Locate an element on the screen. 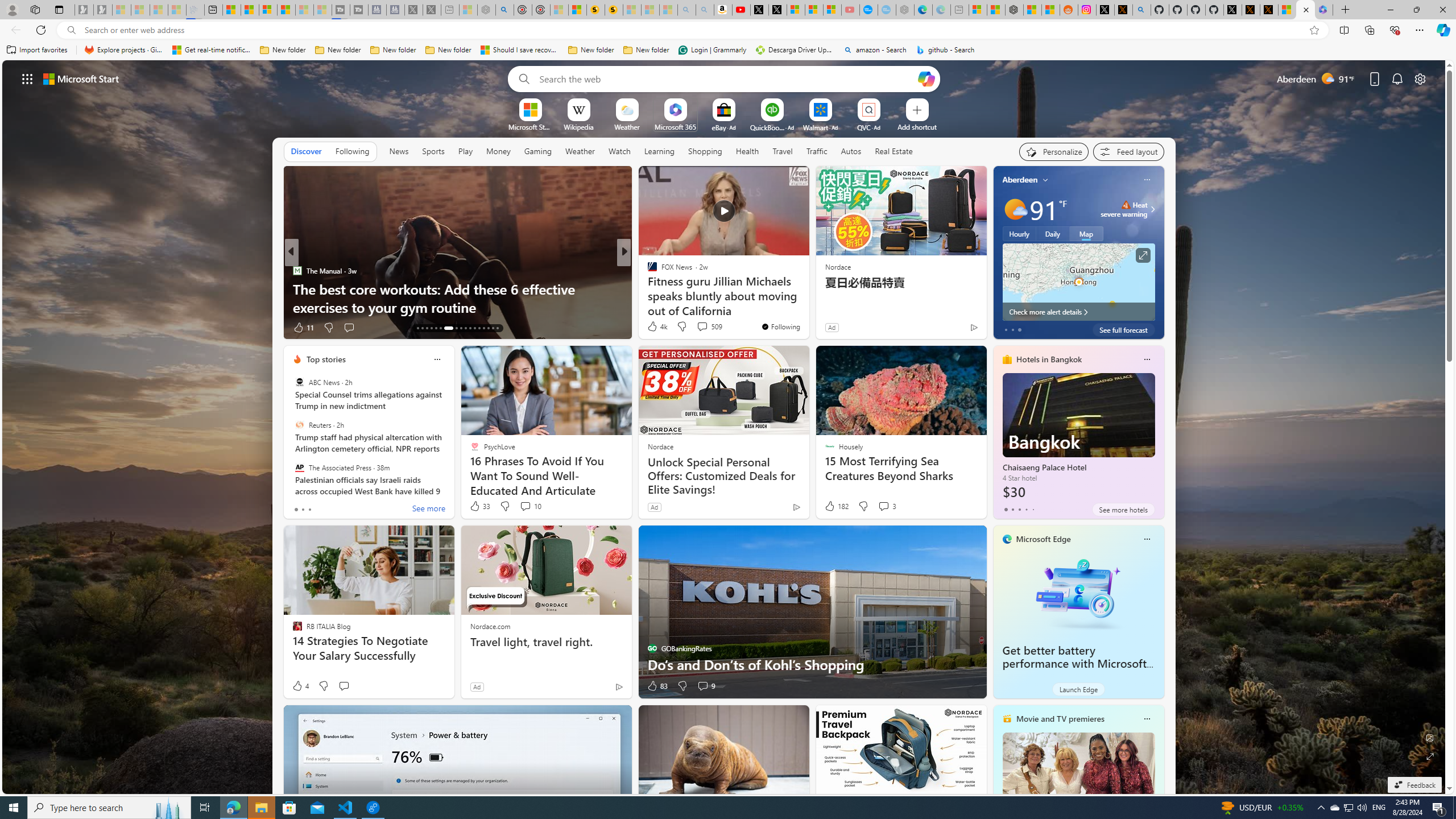  'Wikipedia' is located at coordinates (578, 126).